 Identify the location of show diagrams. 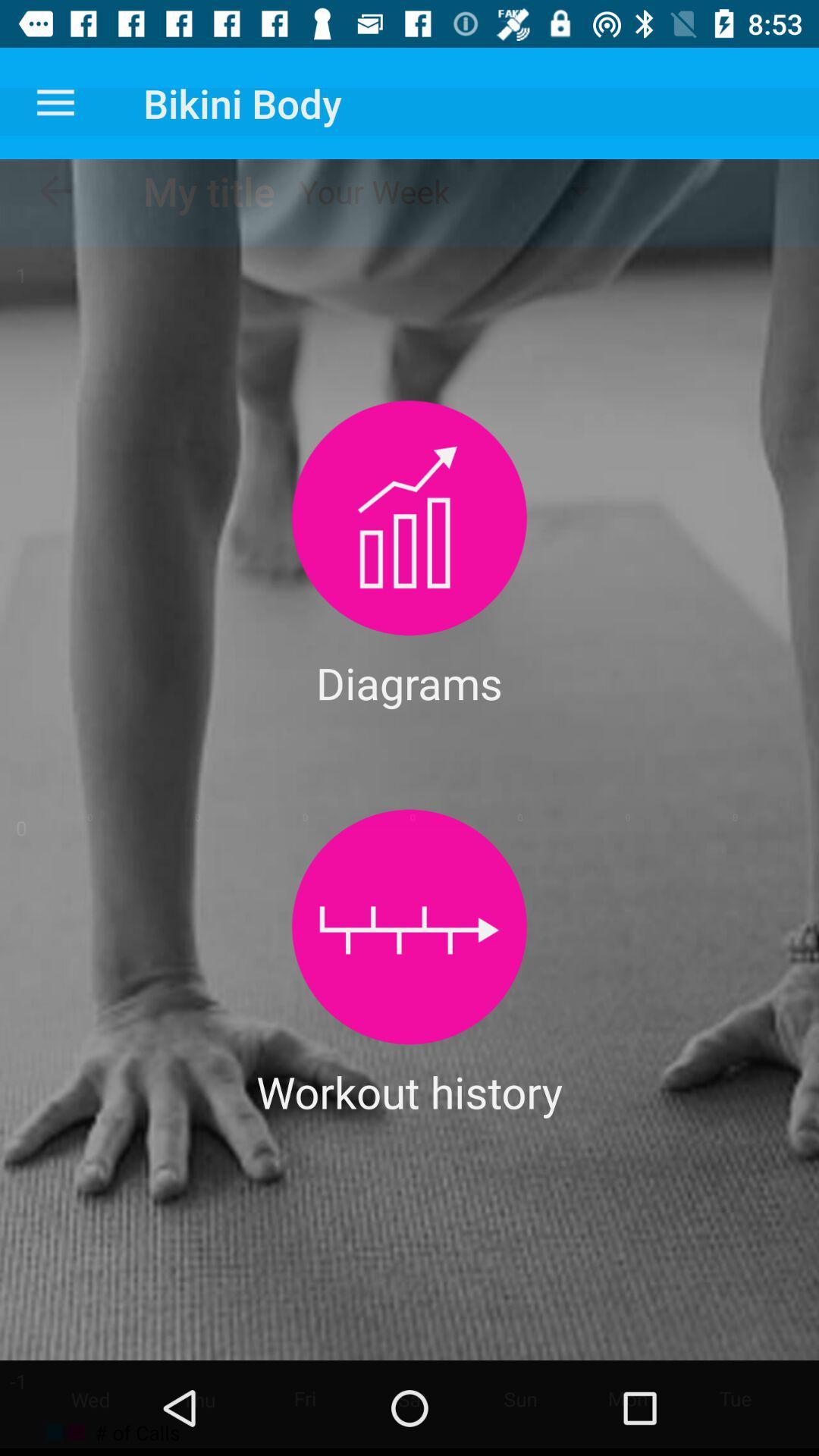
(409, 518).